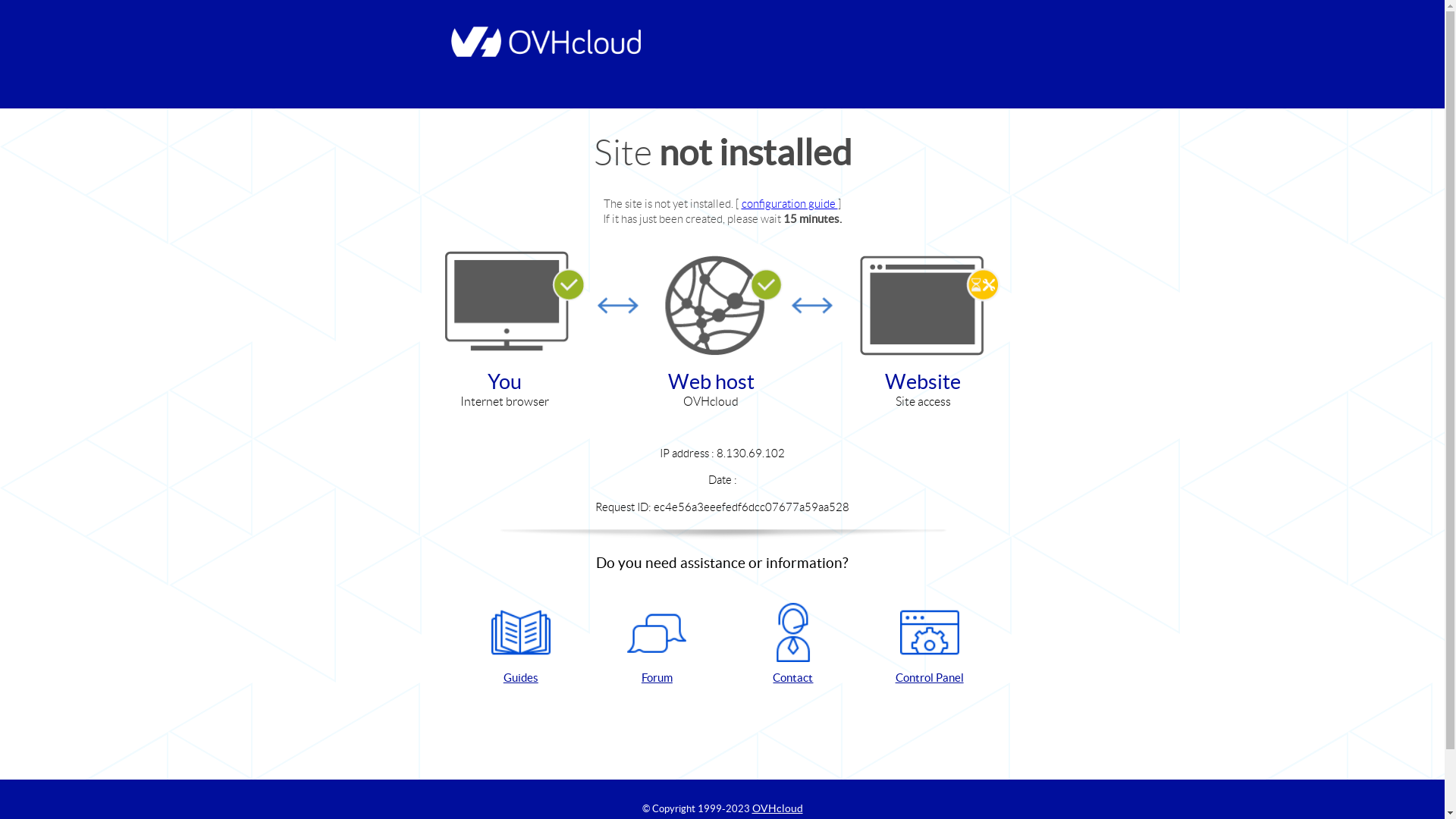  Describe the element at coordinates (520, 644) in the screenshot. I see `'Guides'` at that location.